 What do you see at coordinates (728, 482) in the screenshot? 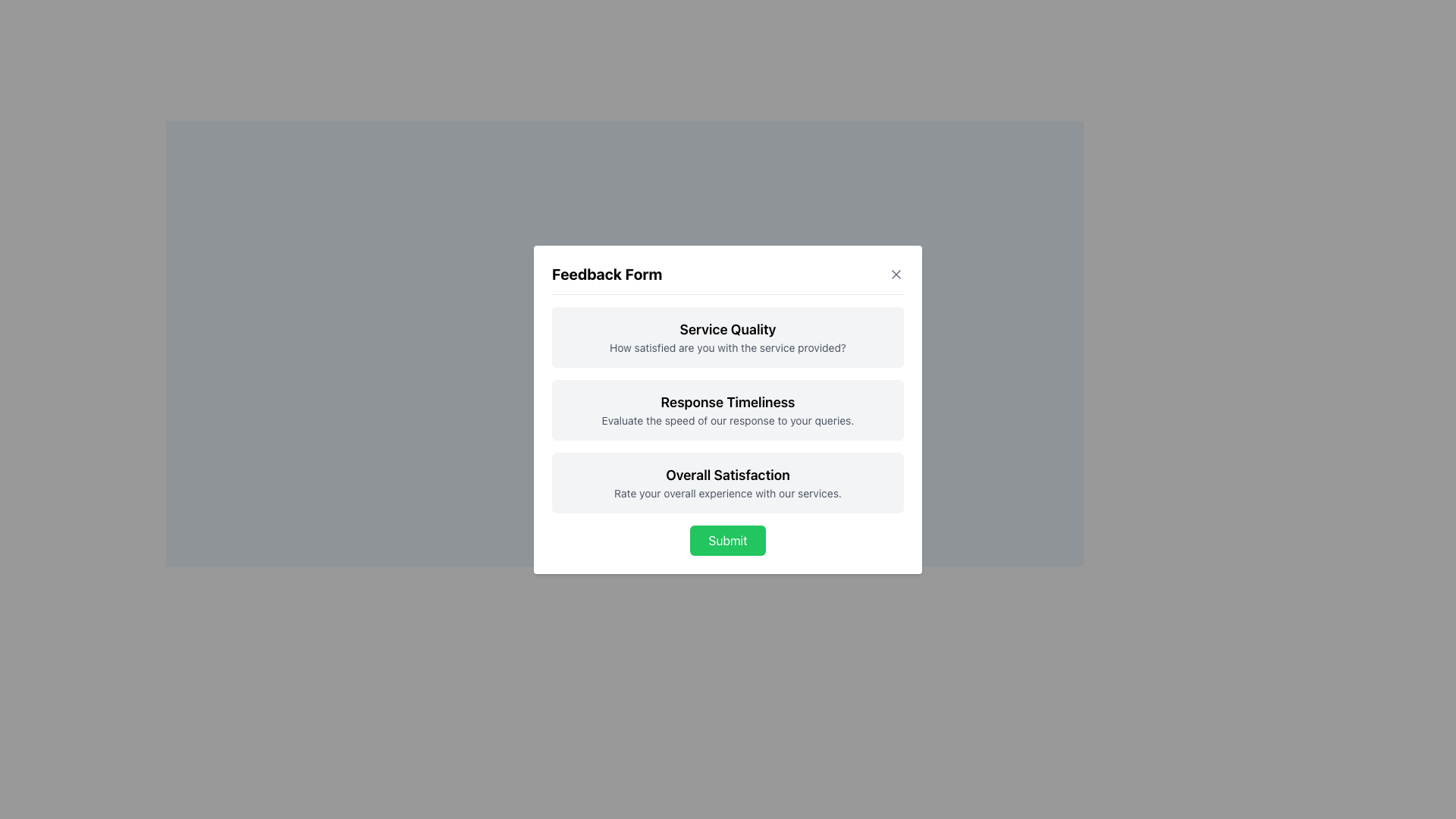
I see `title 'Overall Satisfaction' and the description 'Rate your overall experience with our services.' from the Informational Section with a light gray background and rounded corners` at bounding box center [728, 482].